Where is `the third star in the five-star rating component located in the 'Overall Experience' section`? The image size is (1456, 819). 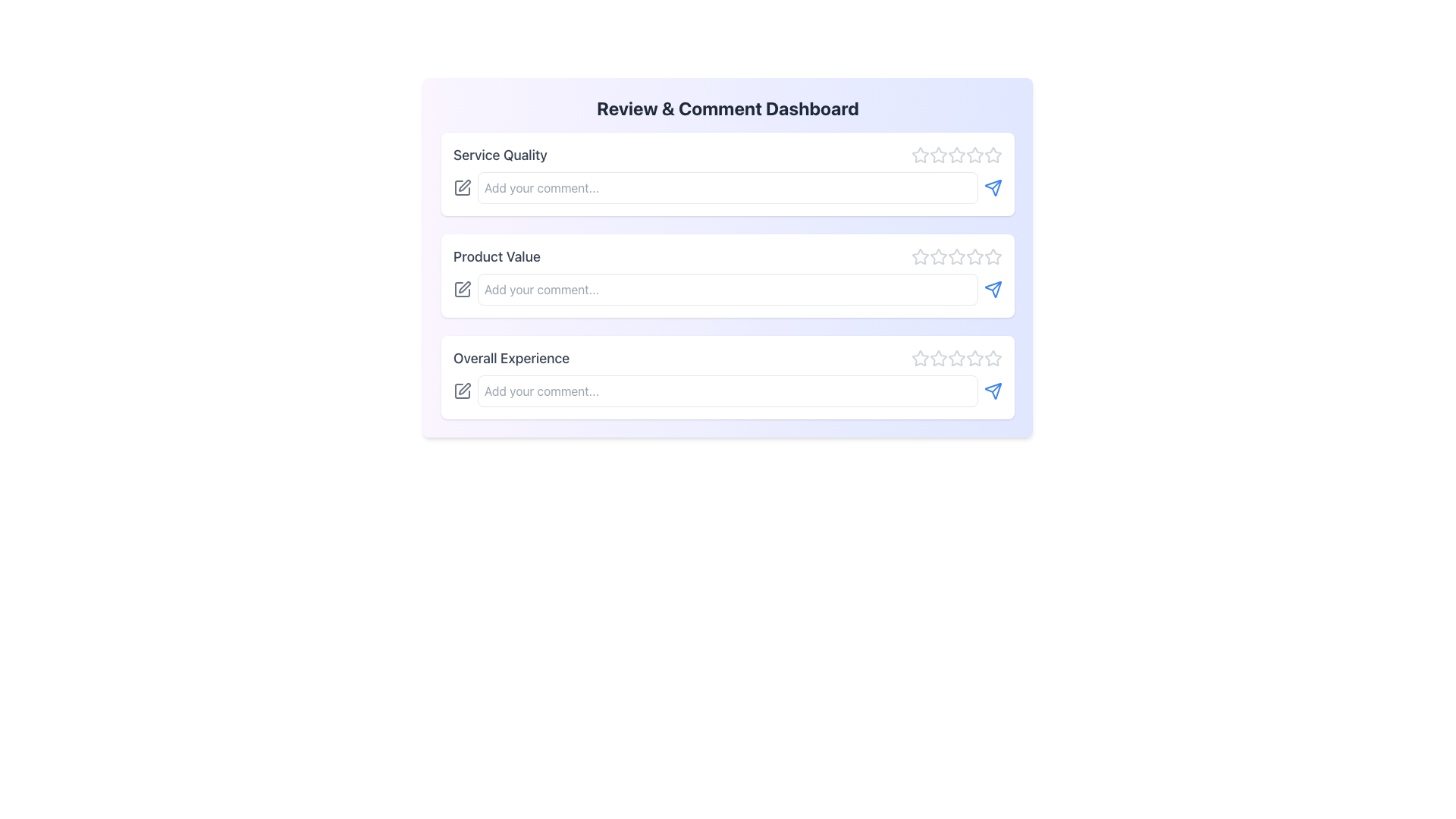 the third star in the five-star rating component located in the 'Overall Experience' section is located at coordinates (956, 359).